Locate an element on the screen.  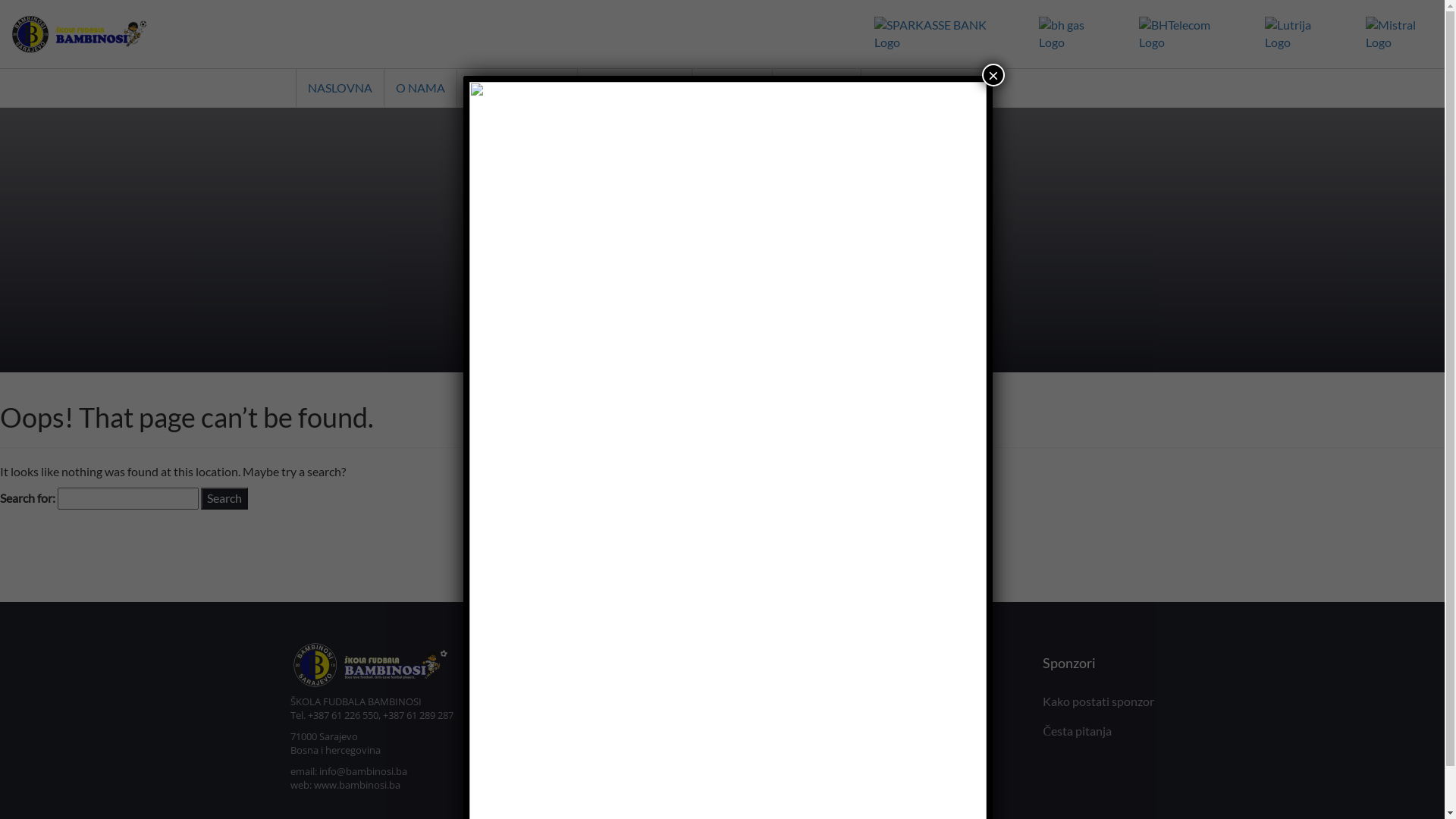
'Rasporedi treninga' is located at coordinates (664, 730).